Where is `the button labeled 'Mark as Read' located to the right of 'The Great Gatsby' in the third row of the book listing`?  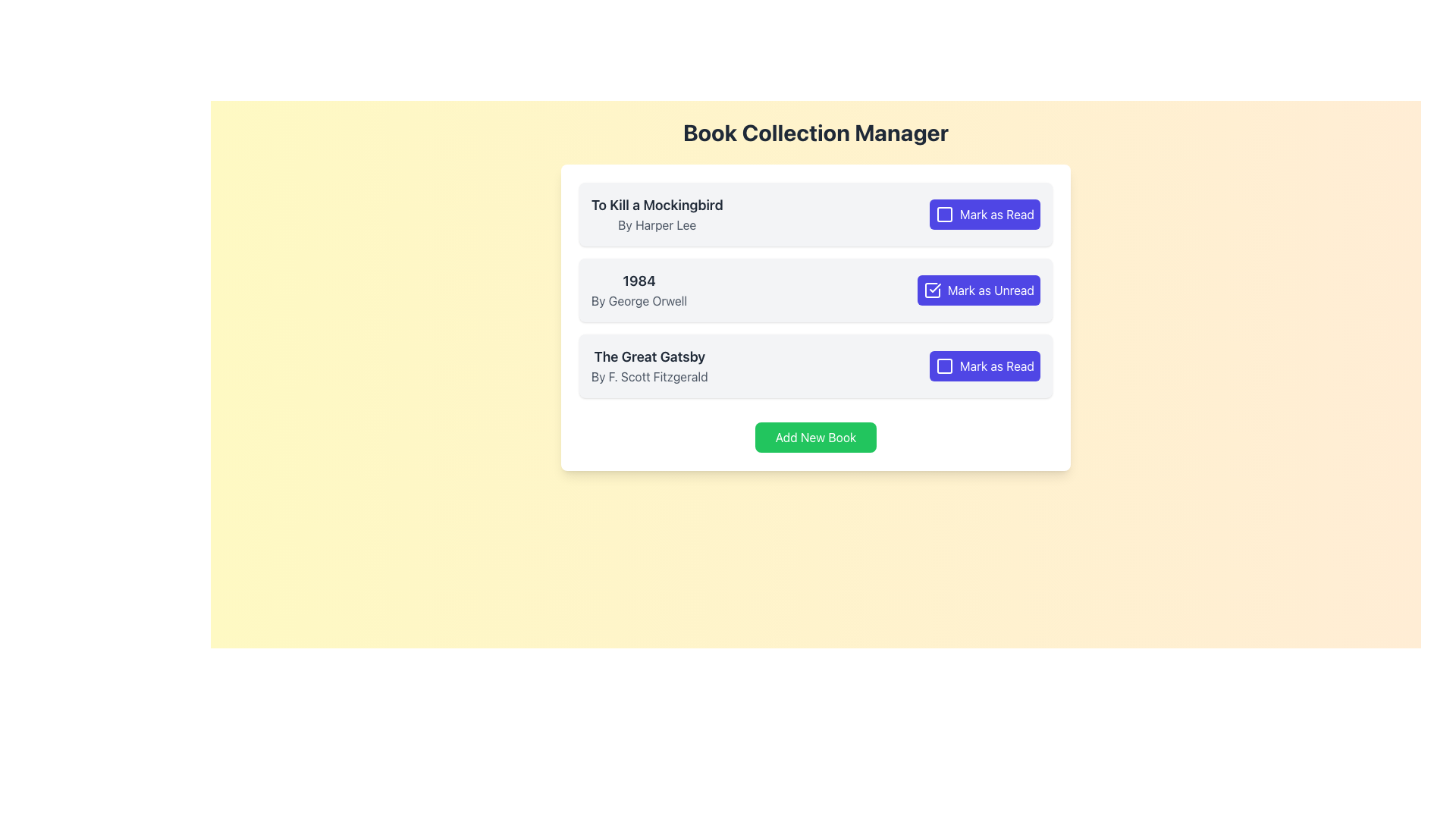 the button labeled 'Mark as Read' located to the right of 'The Great Gatsby' in the third row of the book listing is located at coordinates (997, 366).